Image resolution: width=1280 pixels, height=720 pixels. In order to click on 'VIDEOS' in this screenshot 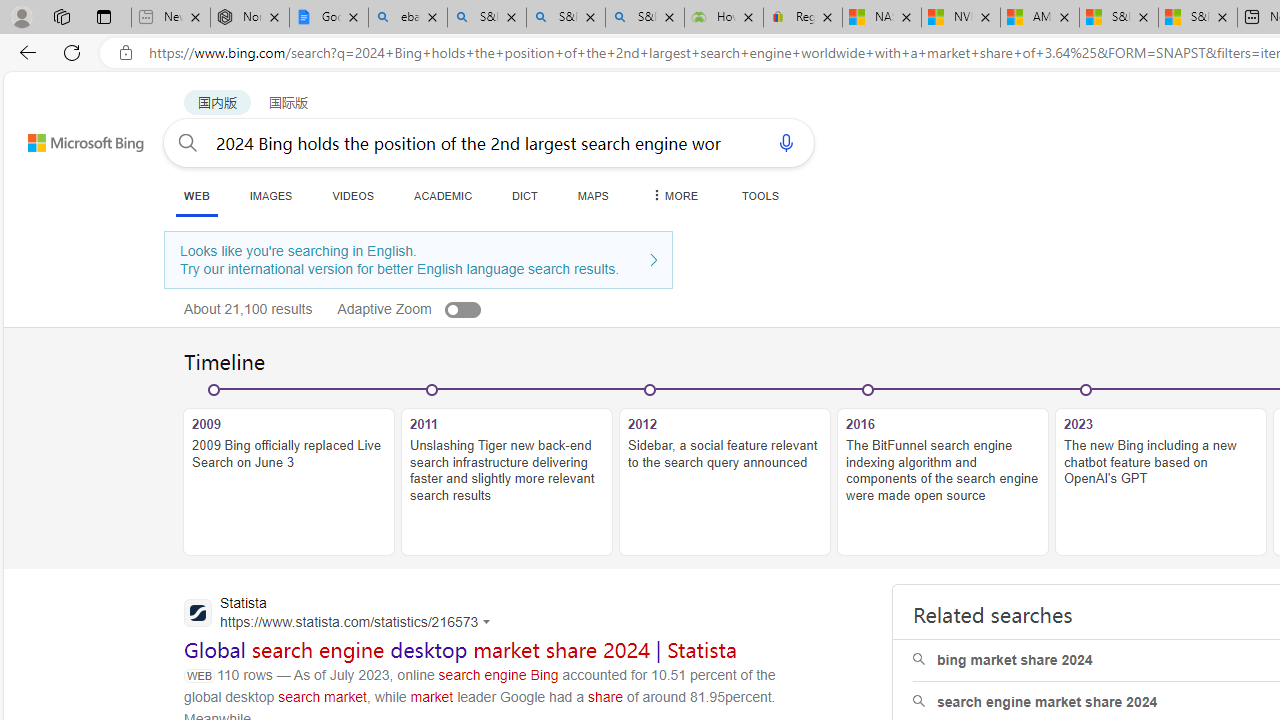, I will do `click(353, 195)`.